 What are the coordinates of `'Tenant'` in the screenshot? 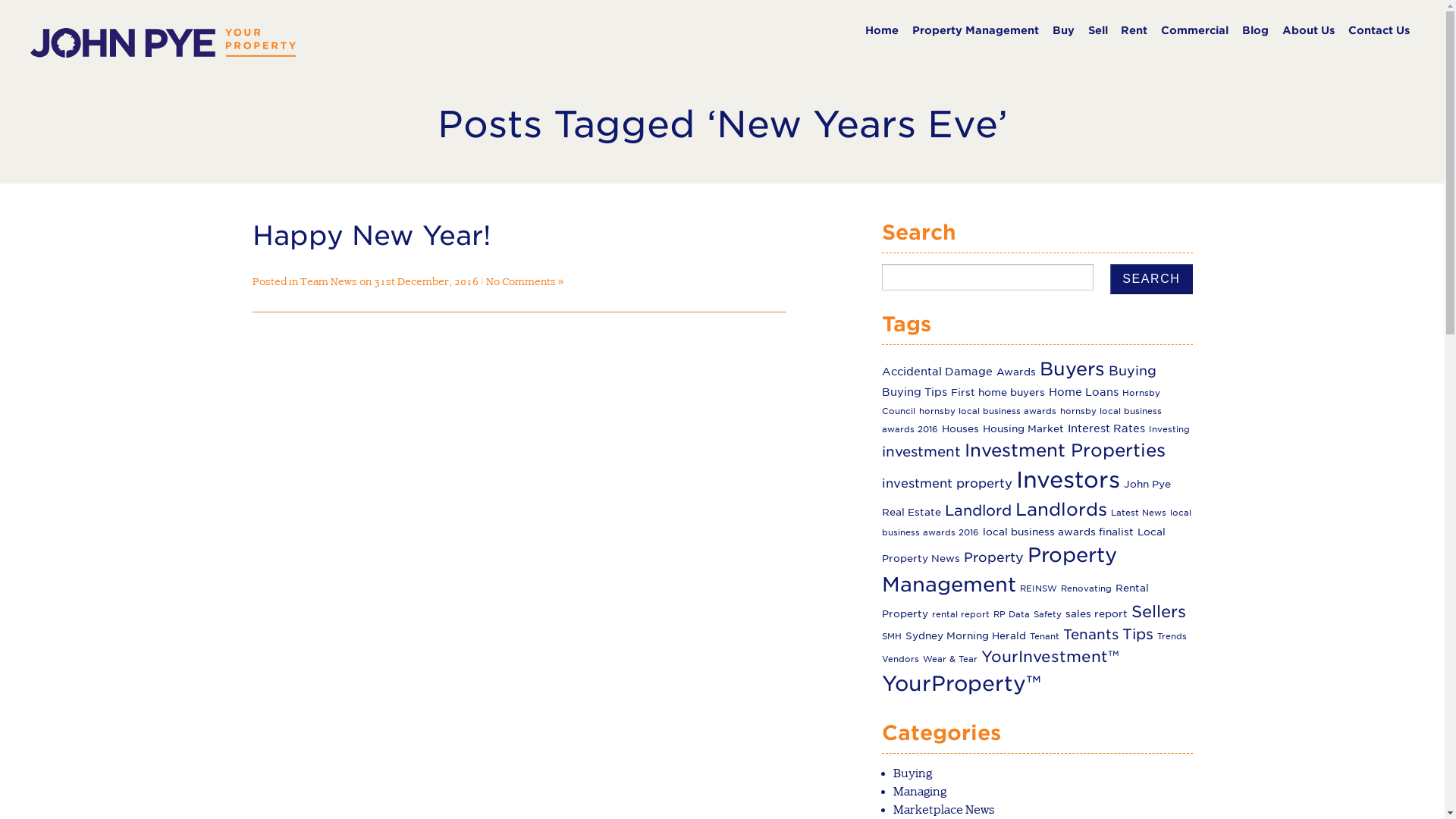 It's located at (1030, 636).